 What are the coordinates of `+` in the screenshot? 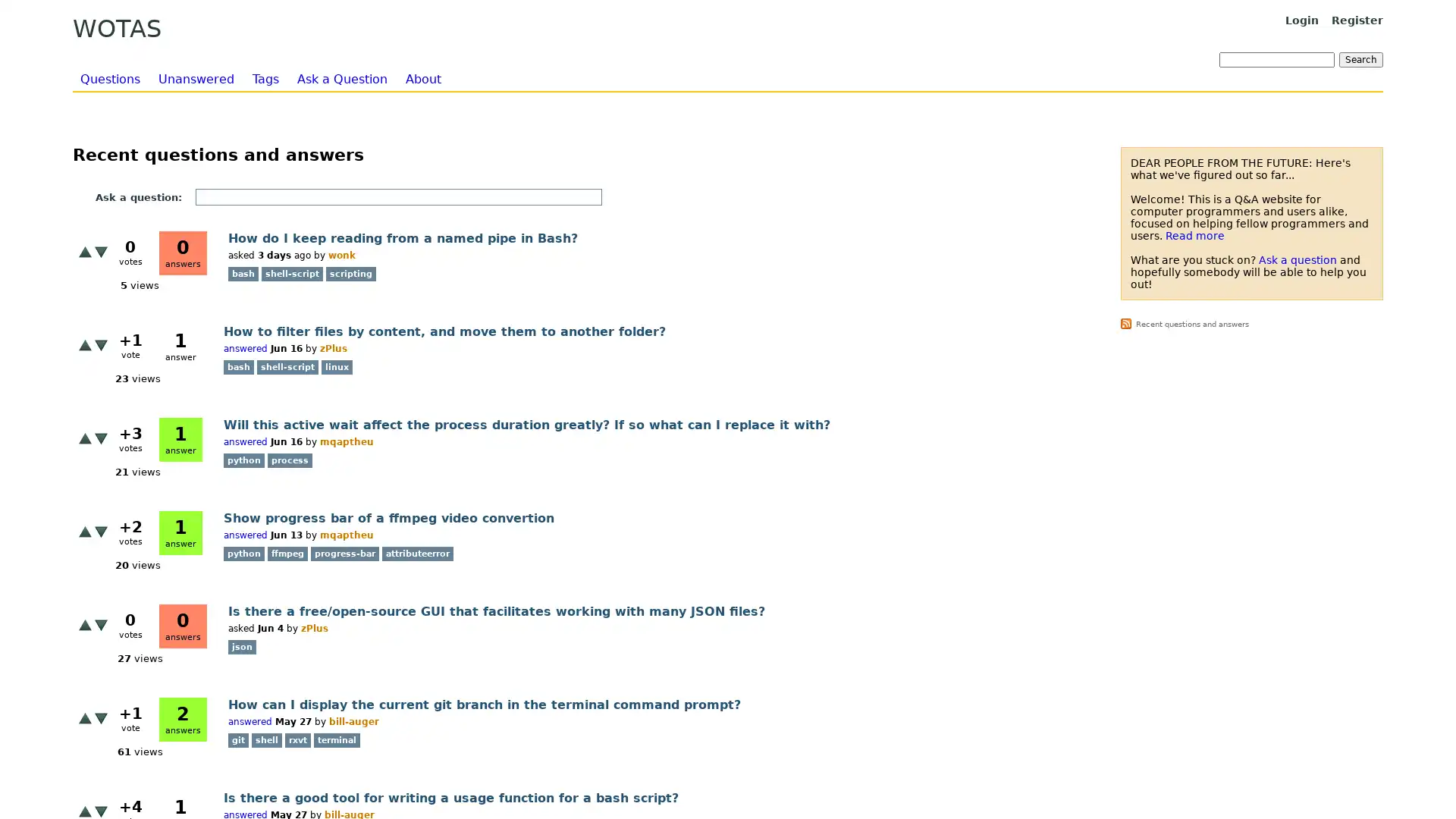 It's located at (84, 625).